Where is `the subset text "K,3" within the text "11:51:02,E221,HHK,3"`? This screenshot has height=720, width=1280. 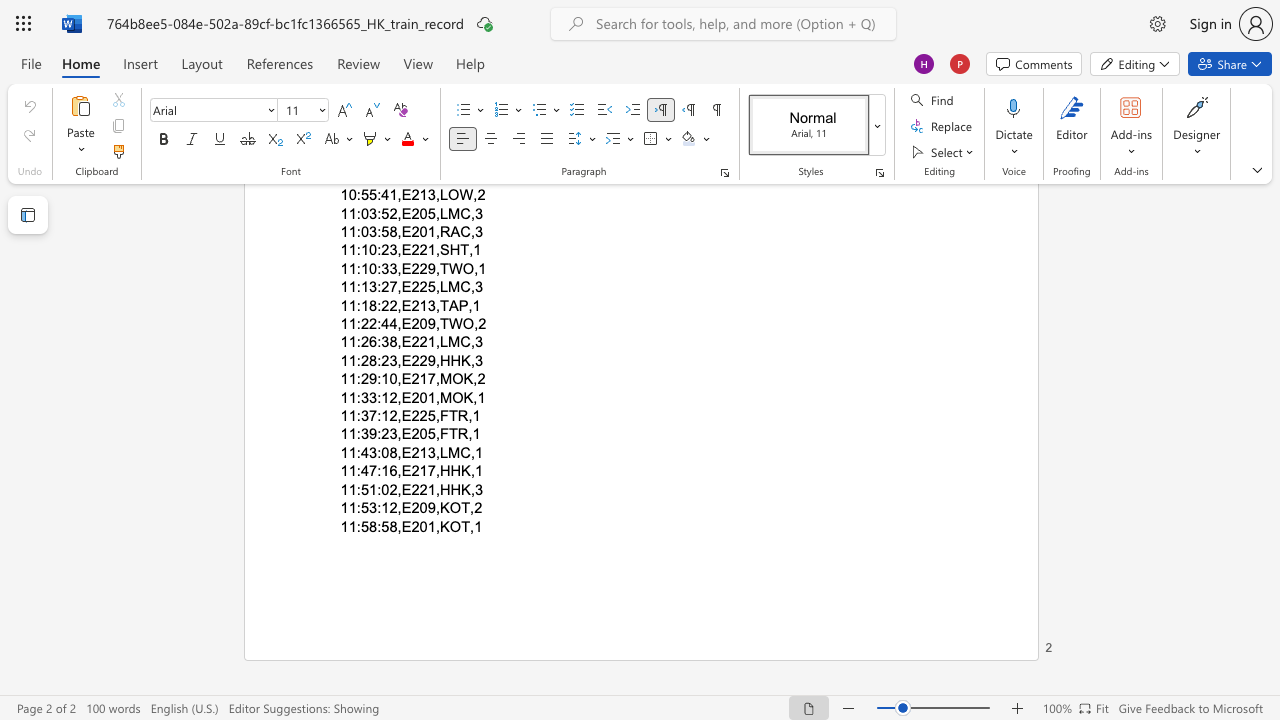
the subset text "K,3" within the text "11:51:02,E221,HHK,3" is located at coordinates (460, 489).